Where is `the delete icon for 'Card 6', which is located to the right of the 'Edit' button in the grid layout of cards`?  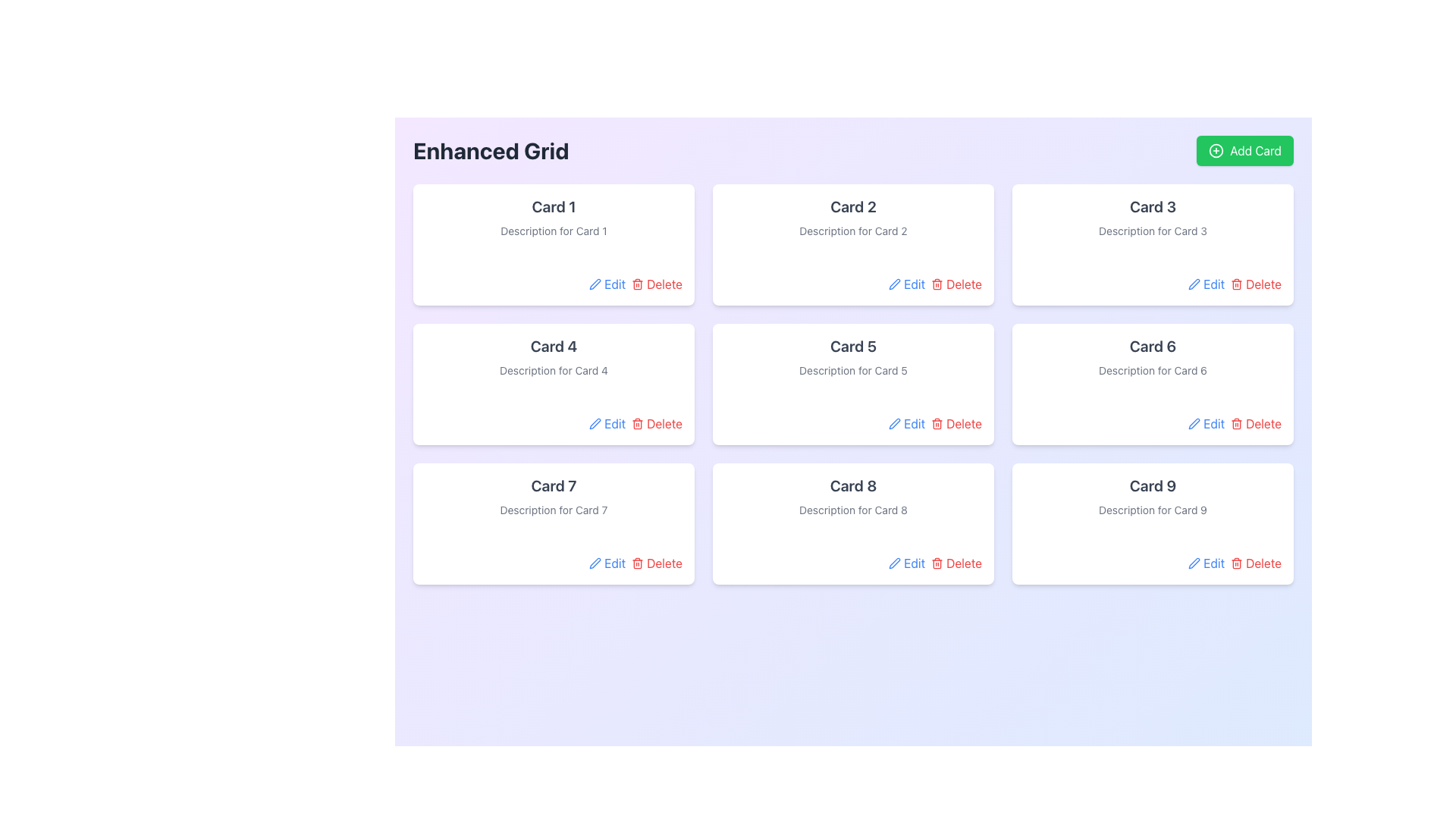
the delete icon for 'Card 6', which is located to the right of the 'Edit' button in the grid layout of cards is located at coordinates (1237, 424).